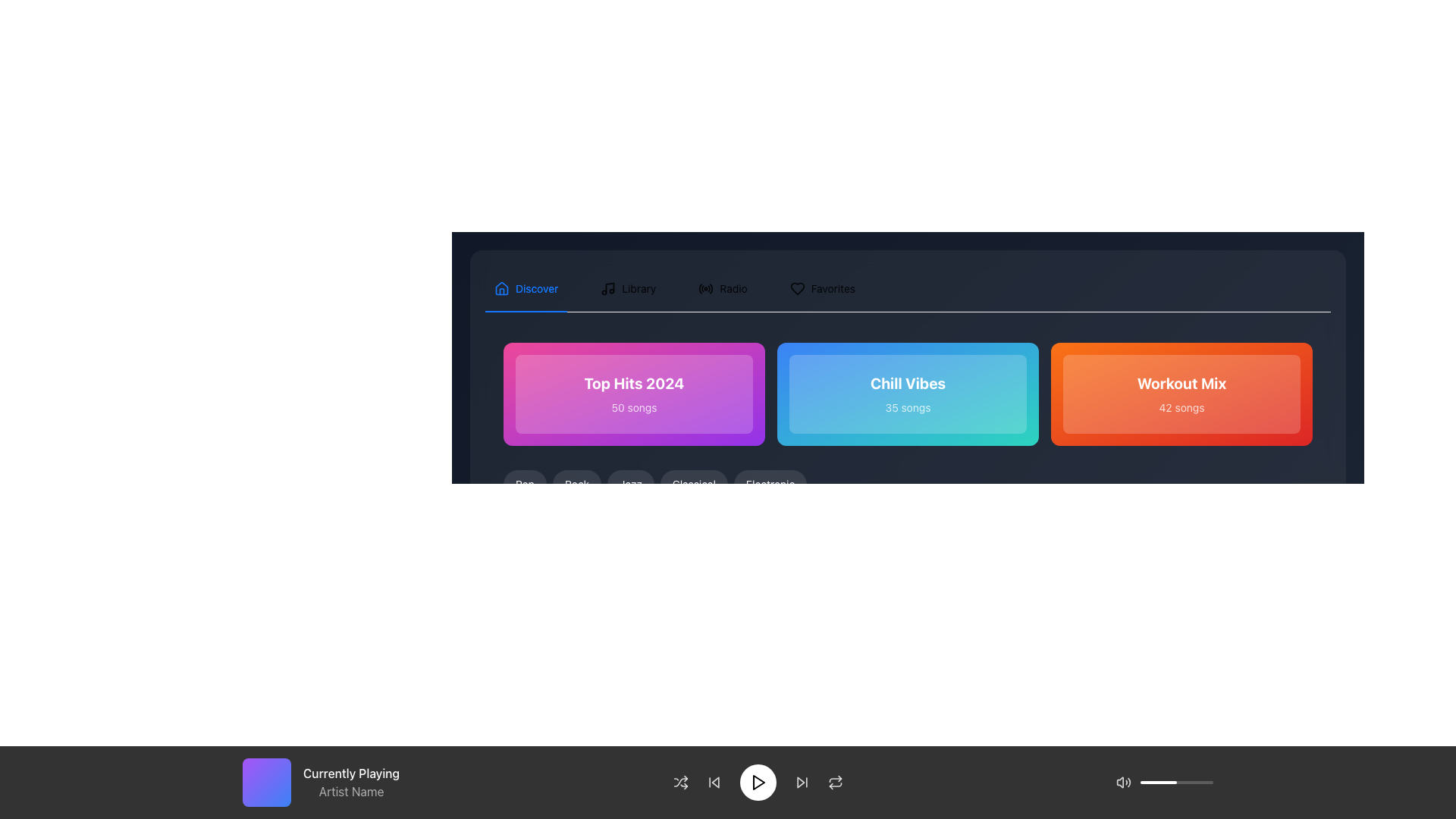  What do you see at coordinates (628, 289) in the screenshot?
I see `the second navigation tab, which directs to the Library section` at bounding box center [628, 289].